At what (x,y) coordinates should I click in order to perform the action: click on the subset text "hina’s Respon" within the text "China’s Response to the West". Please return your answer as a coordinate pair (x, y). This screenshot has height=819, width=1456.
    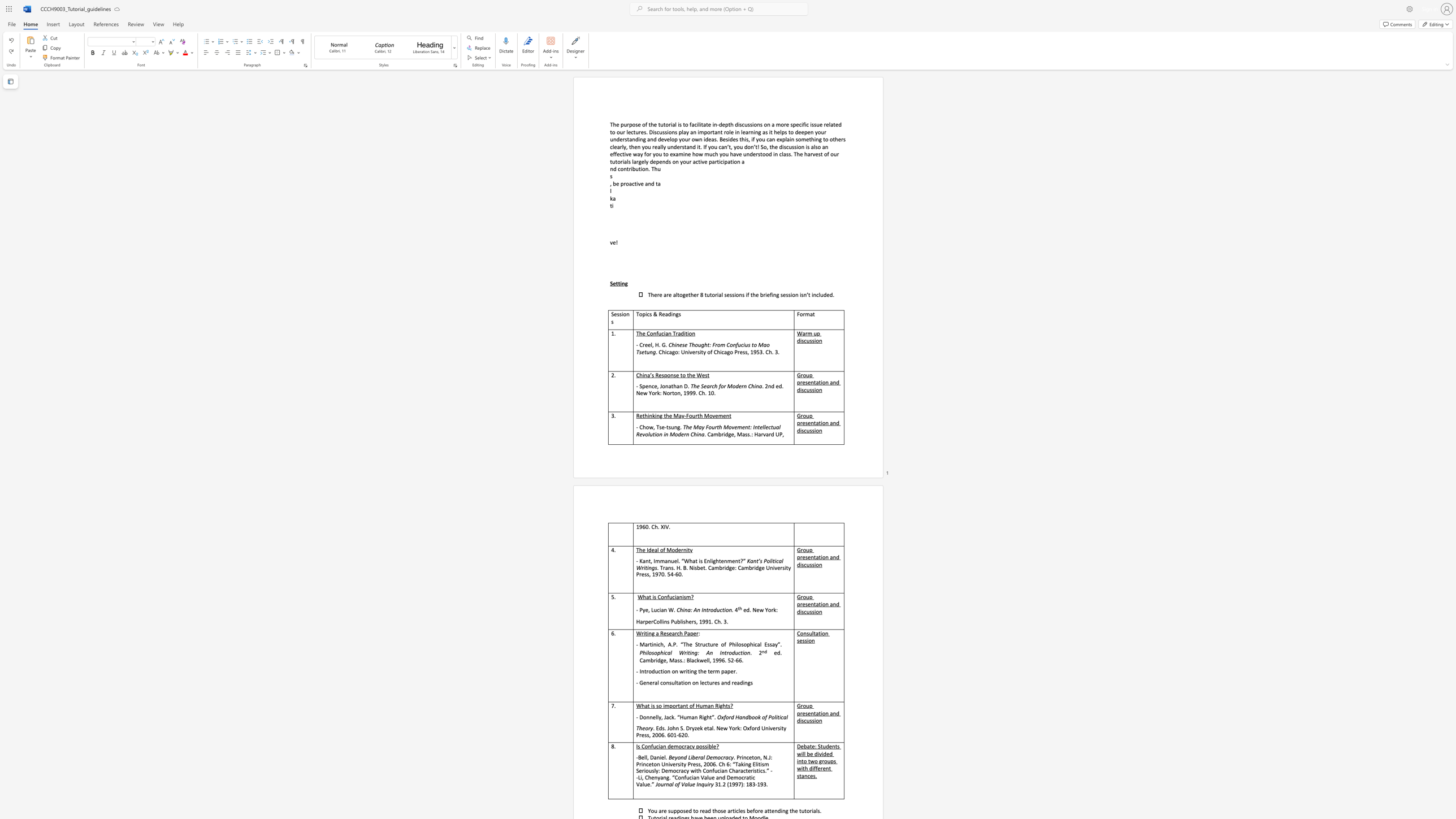
    Looking at the image, I should click on (639, 375).